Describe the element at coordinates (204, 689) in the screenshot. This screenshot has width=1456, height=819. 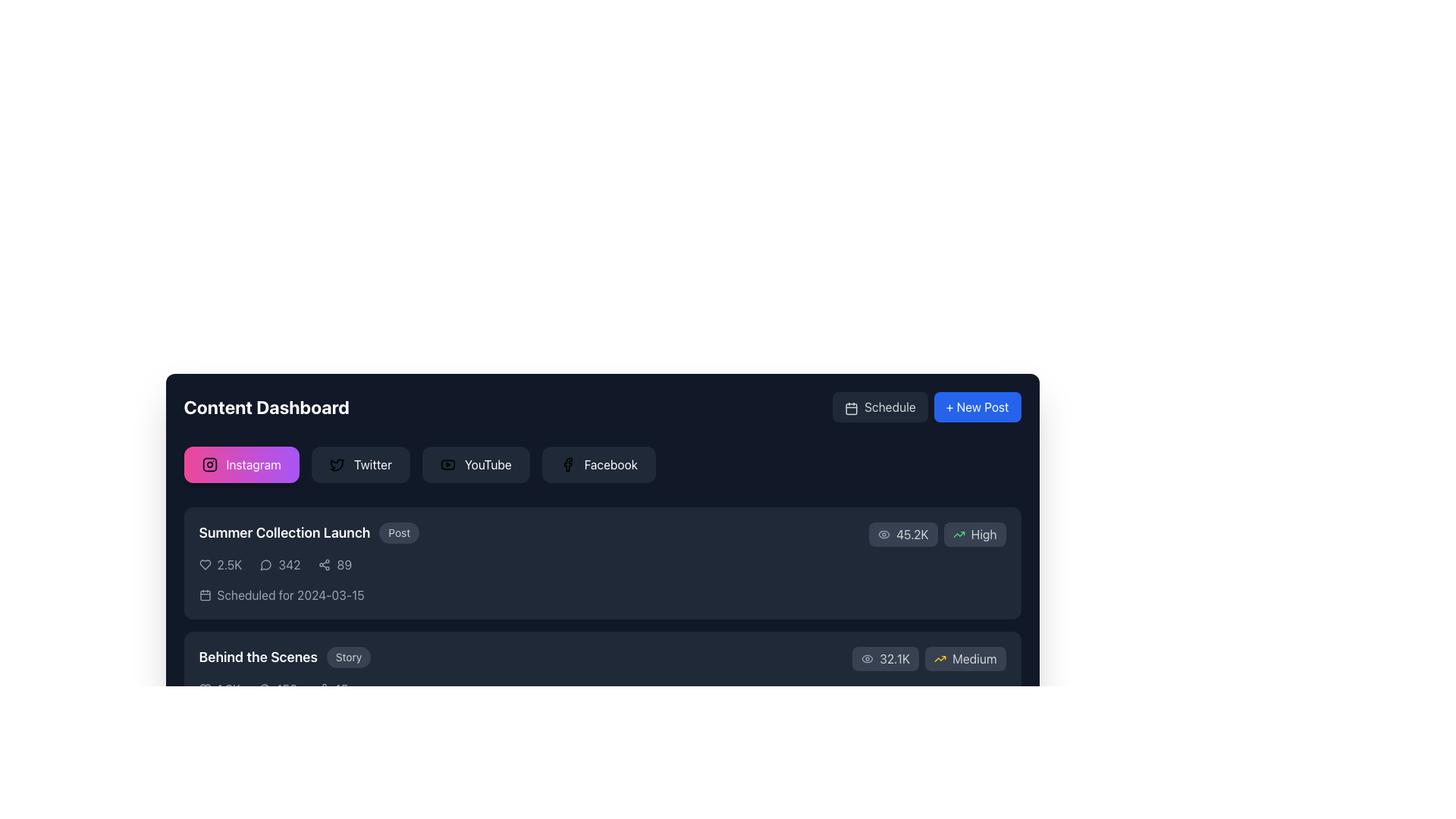
I see `the heart-shaped SVG icon located to the left of the text '1.8K' to interact with it (like or favorite)` at that location.